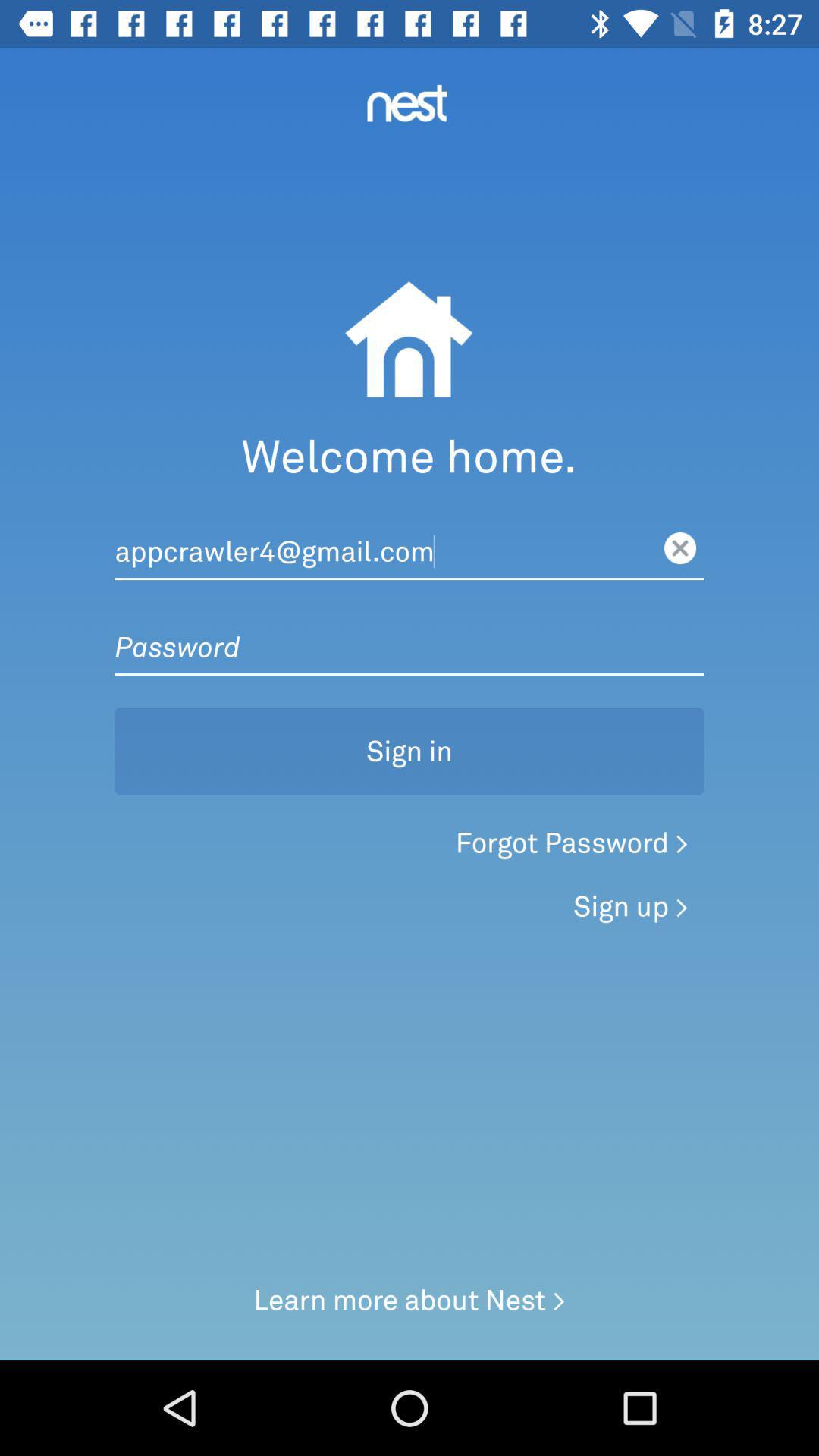 This screenshot has width=819, height=1456. I want to click on the image below nest, so click(408, 344).